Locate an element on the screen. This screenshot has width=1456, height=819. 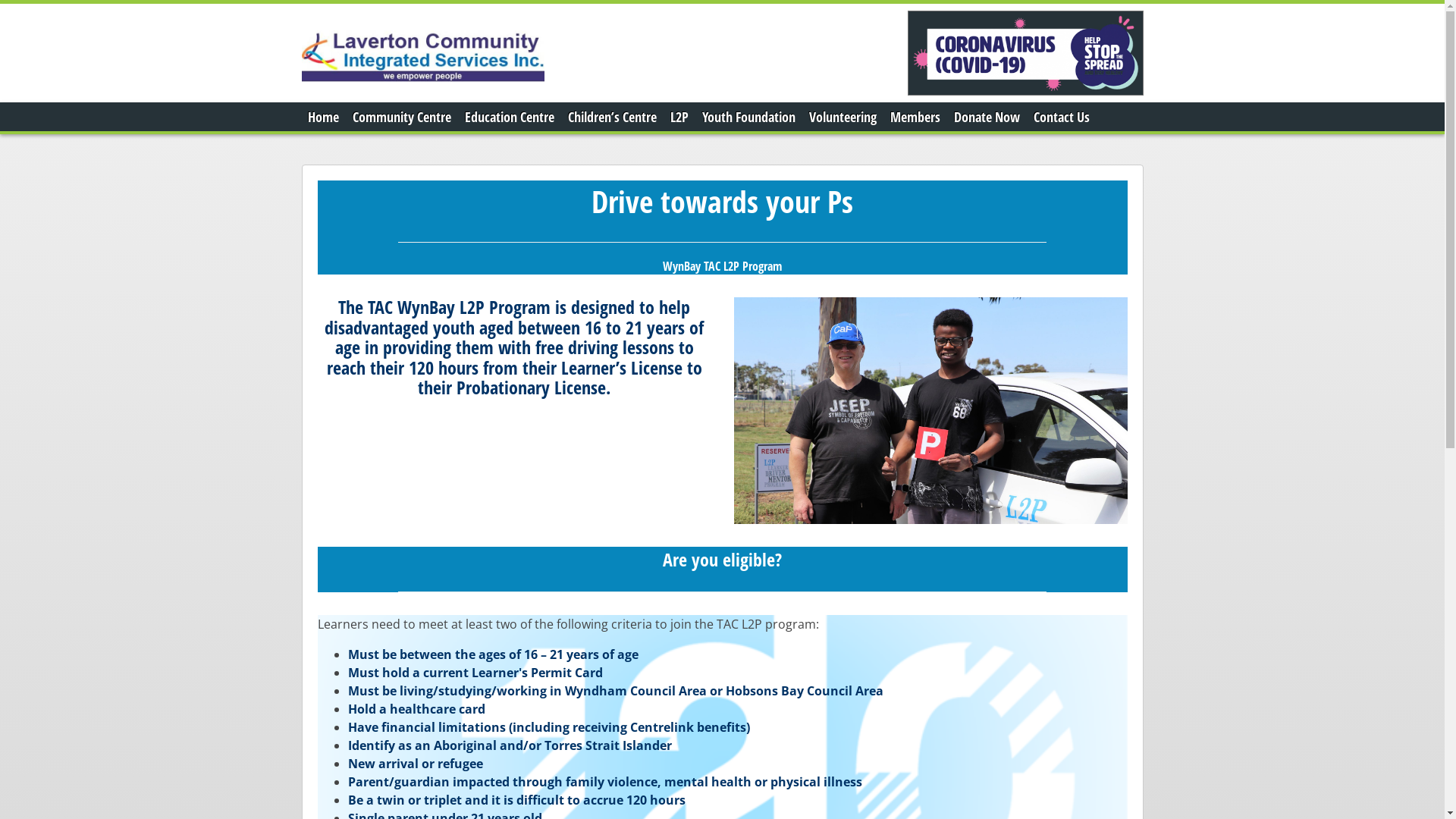
'Education Centre' is located at coordinates (509, 116).